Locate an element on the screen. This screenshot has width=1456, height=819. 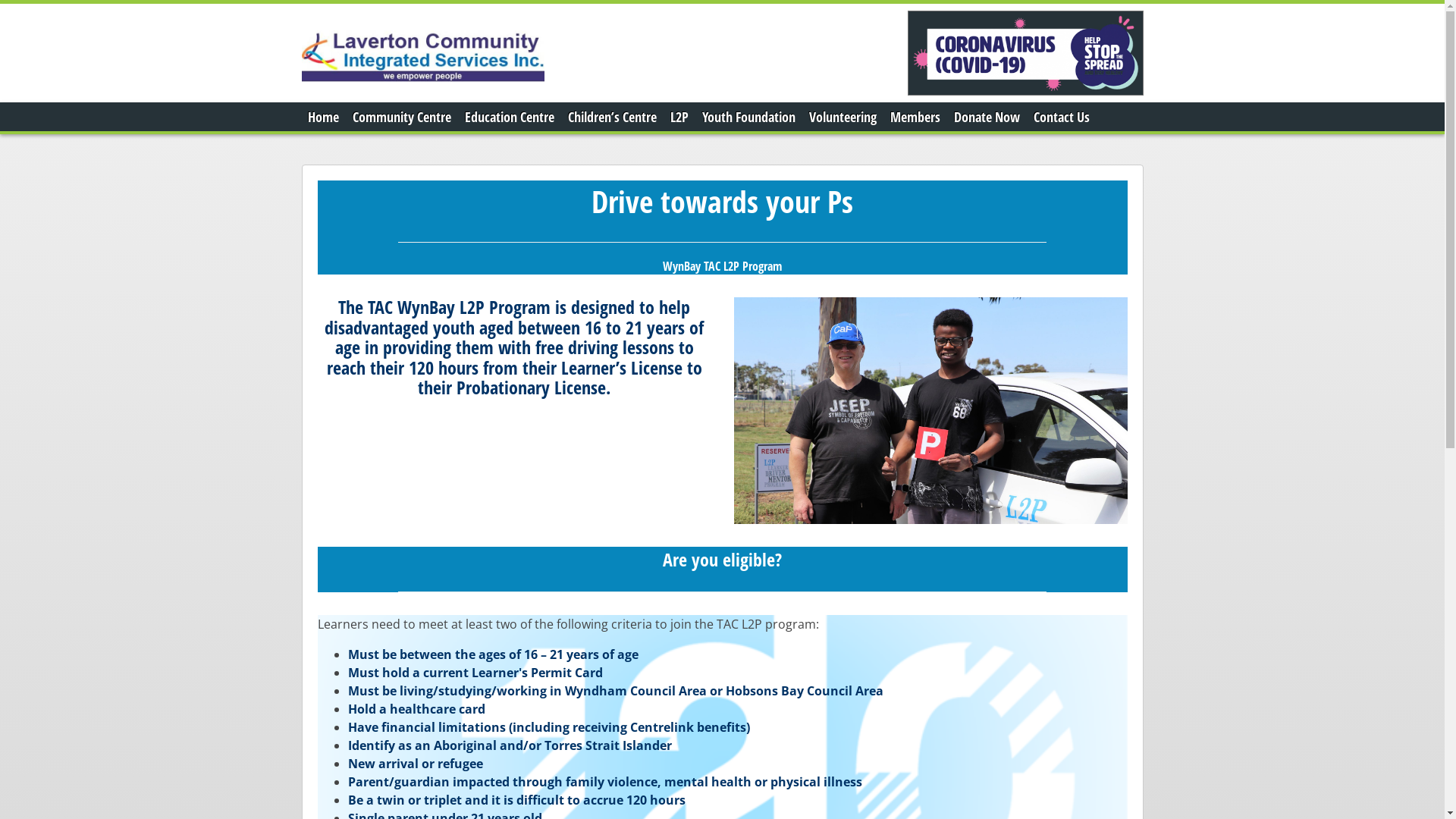
'Education Centre' is located at coordinates (509, 116).